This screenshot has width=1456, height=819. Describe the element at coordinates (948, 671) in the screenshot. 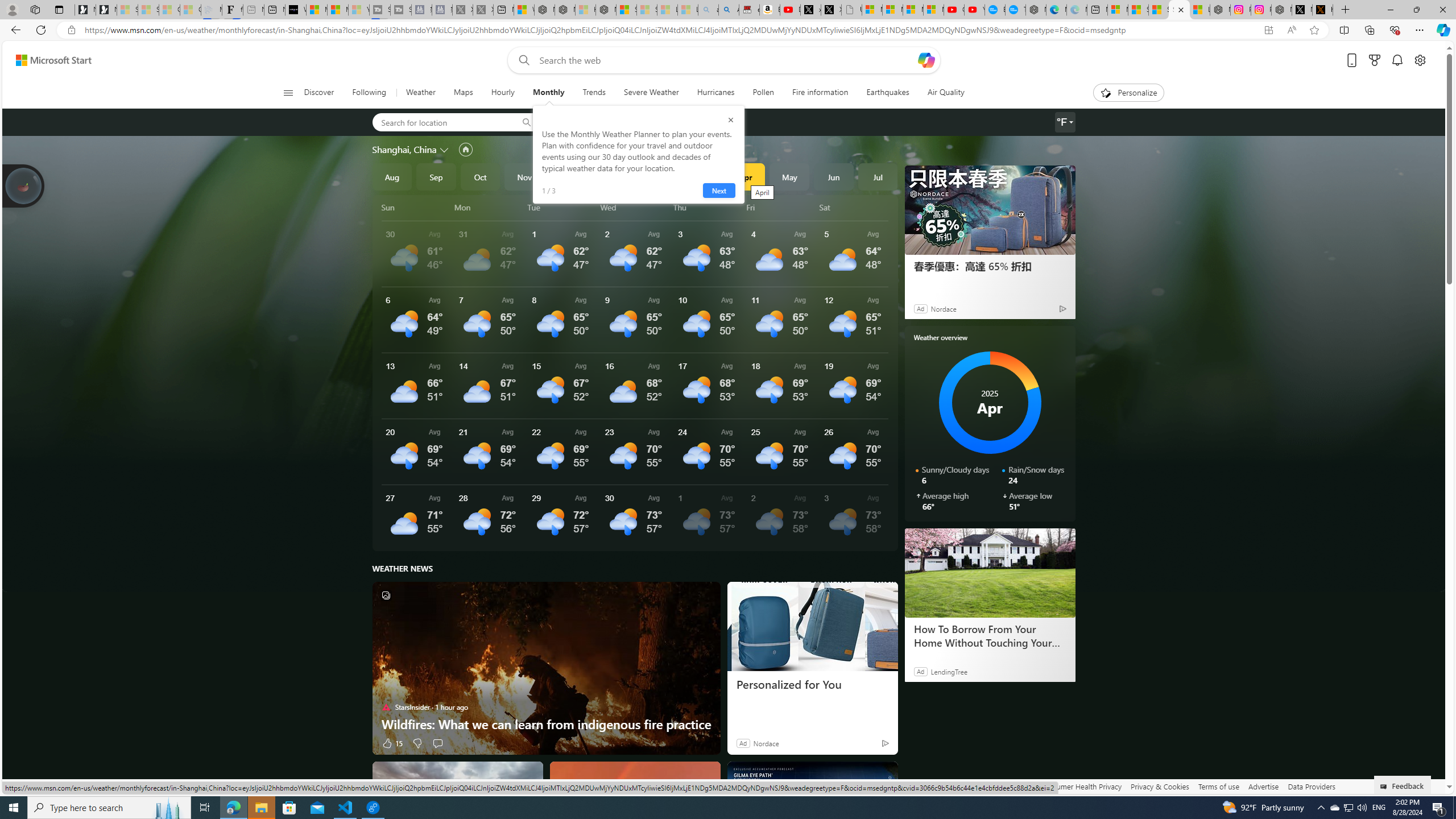

I see `'LendingTree'` at that location.